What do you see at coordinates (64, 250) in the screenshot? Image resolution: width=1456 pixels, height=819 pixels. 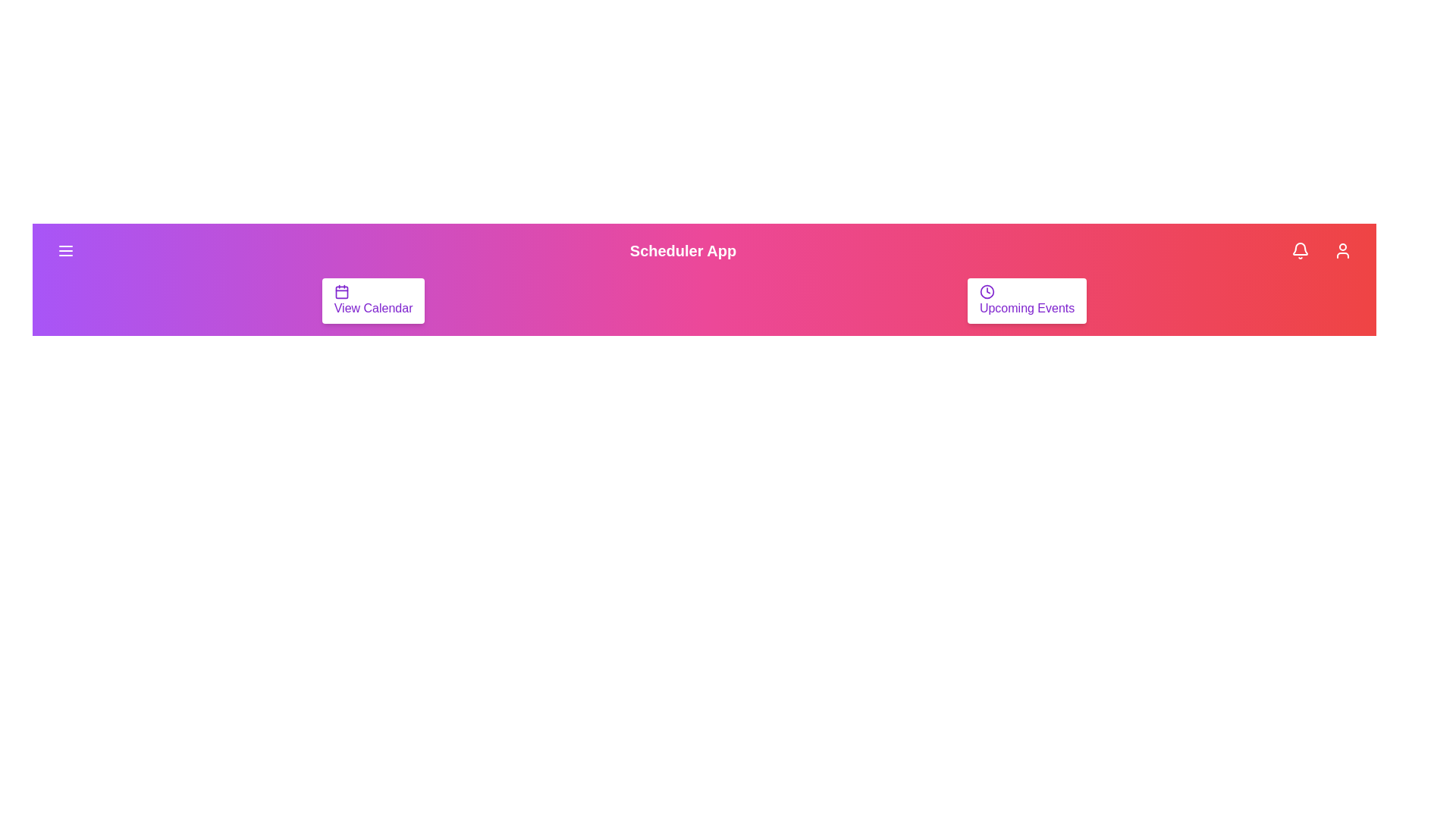 I see `menu button to open the navigation menu` at bounding box center [64, 250].